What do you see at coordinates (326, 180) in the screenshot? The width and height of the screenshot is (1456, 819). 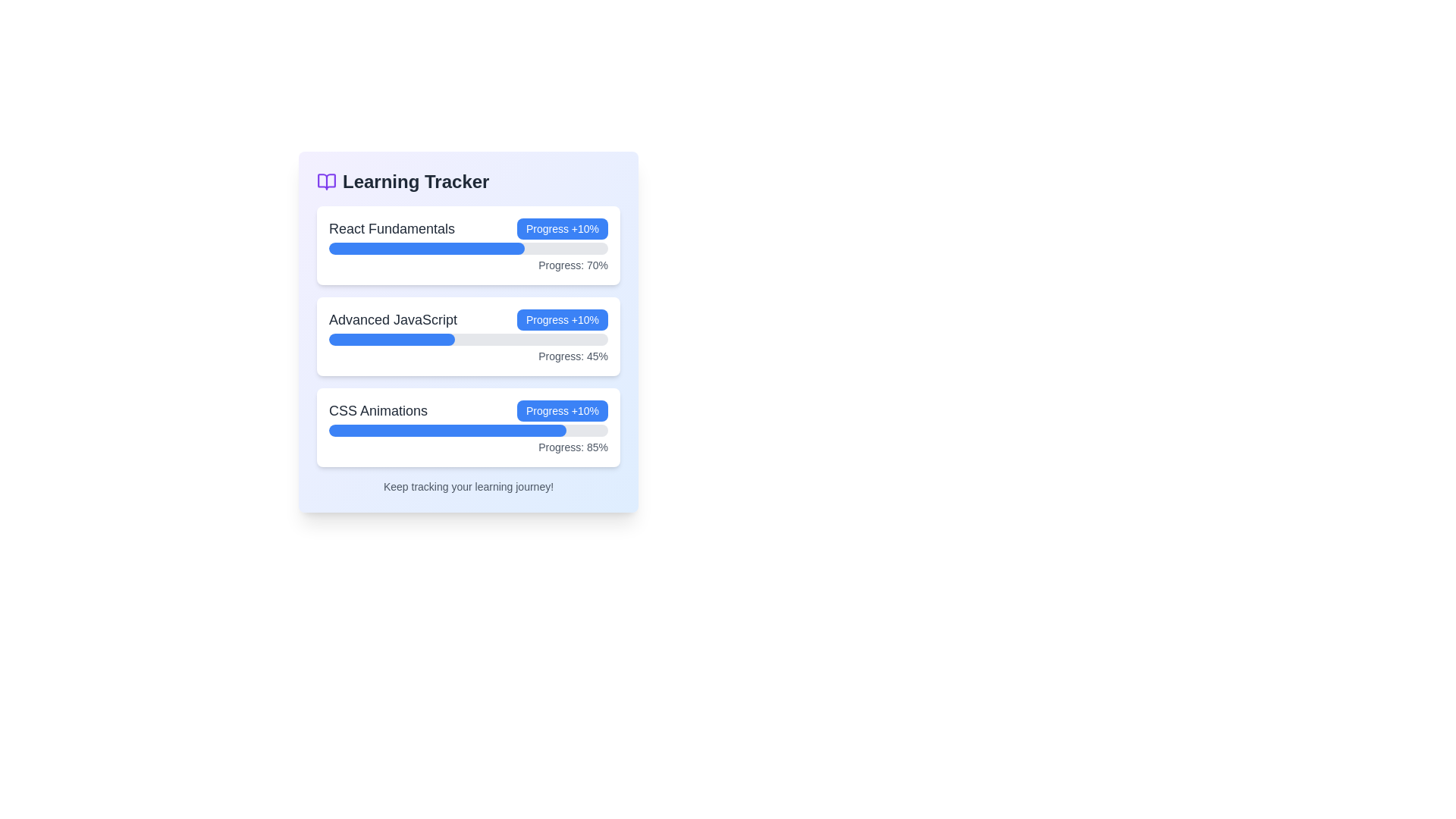 I see `the violet open book icon located to the left of the 'Learning Tracker' text in the top-left portion of the card layout` at bounding box center [326, 180].